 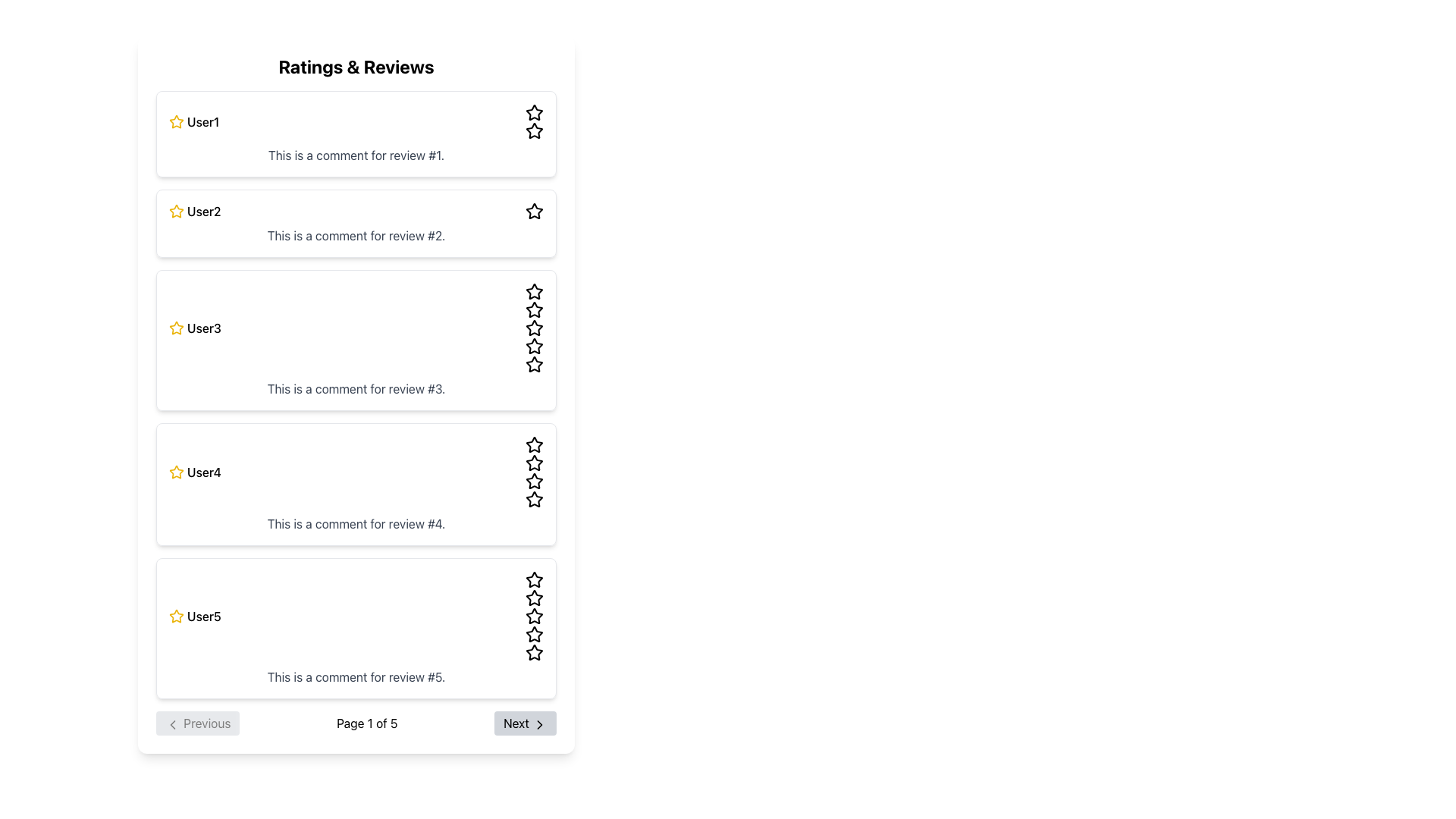 What do you see at coordinates (535, 499) in the screenshot?
I see `the fourth star icon in the five-star rating system for the 'User4' review` at bounding box center [535, 499].